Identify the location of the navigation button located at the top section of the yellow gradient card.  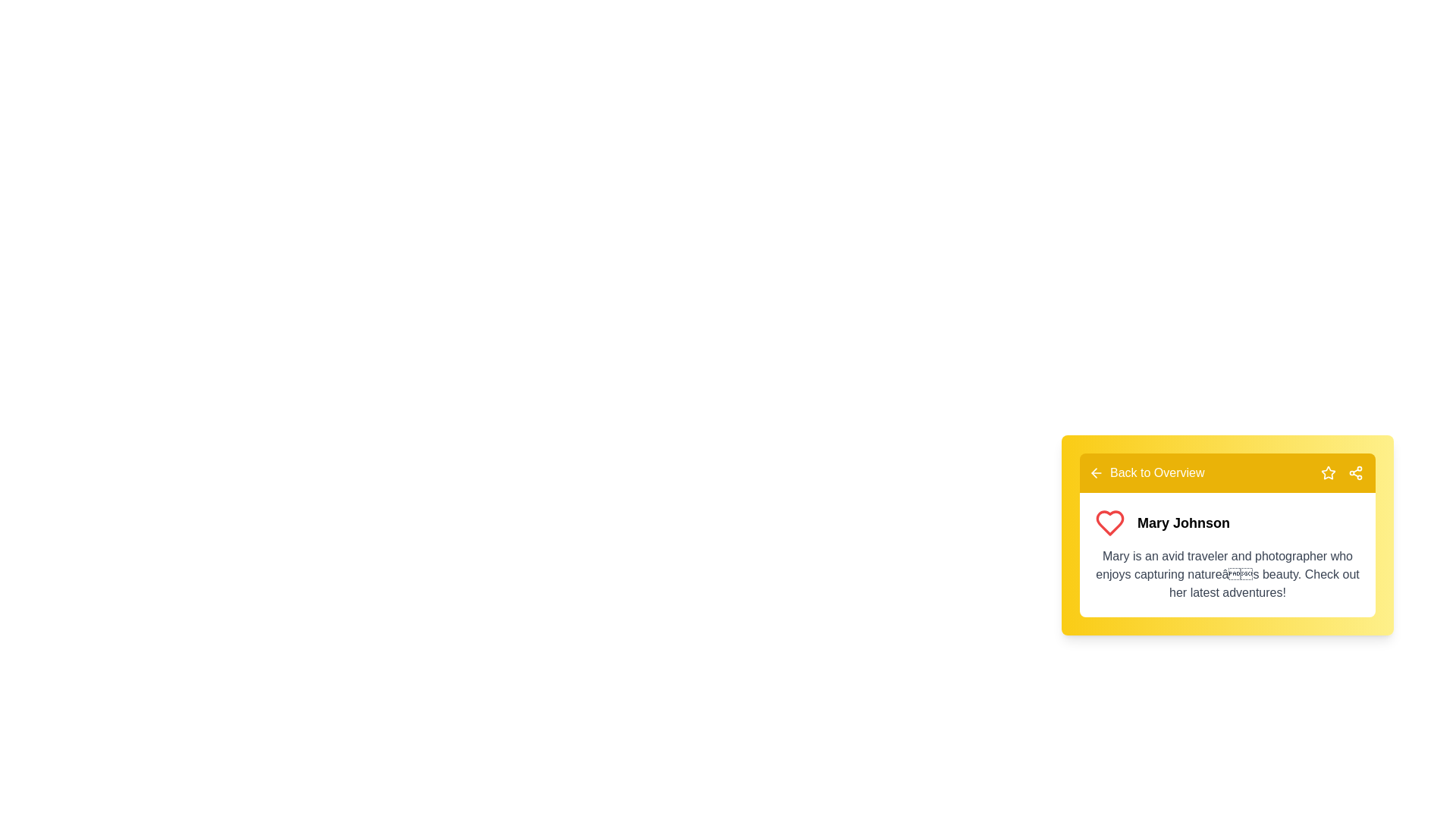
(1227, 472).